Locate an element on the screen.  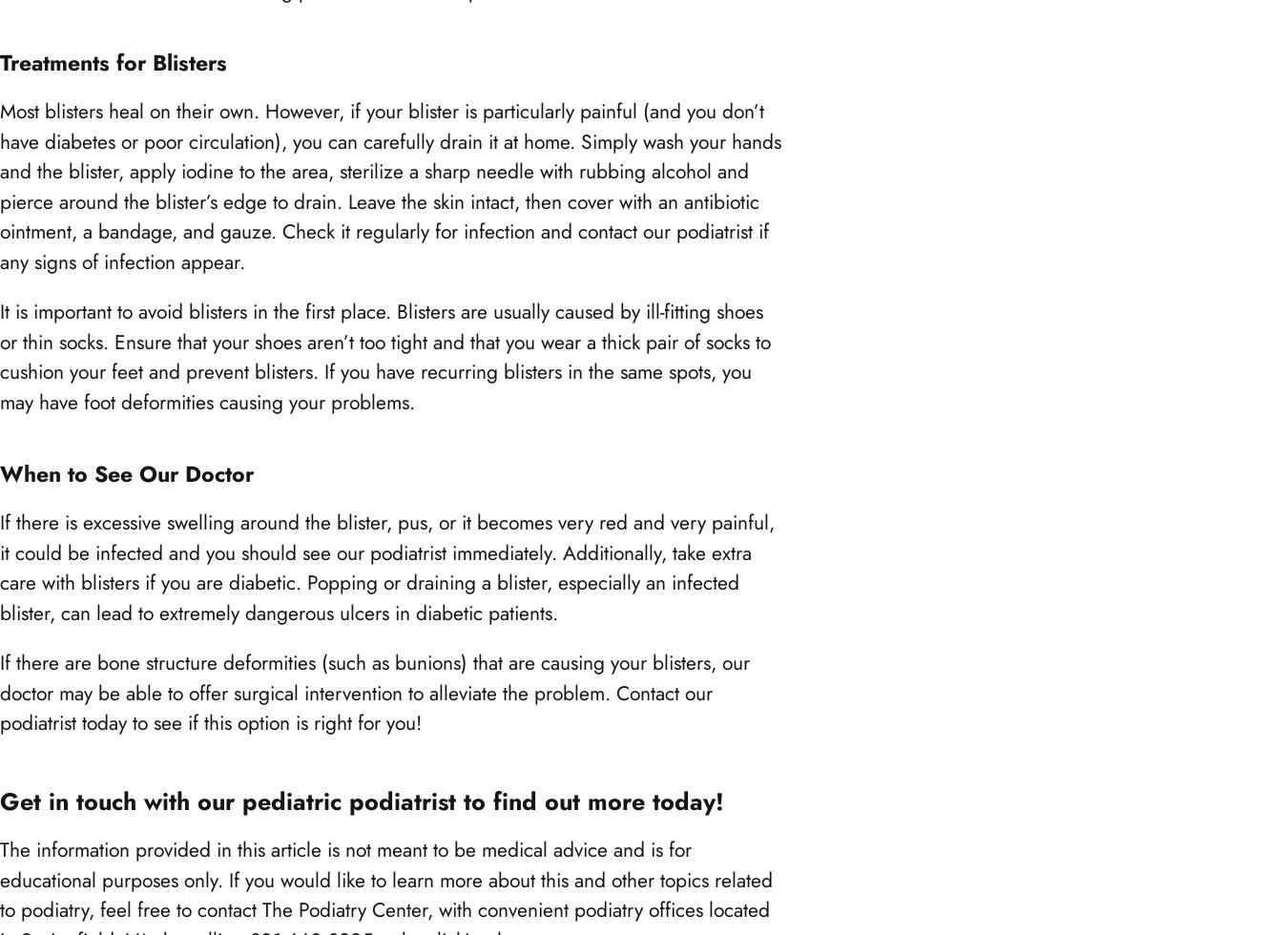
'Springfield, VA 22150' is located at coordinates (84, 251).